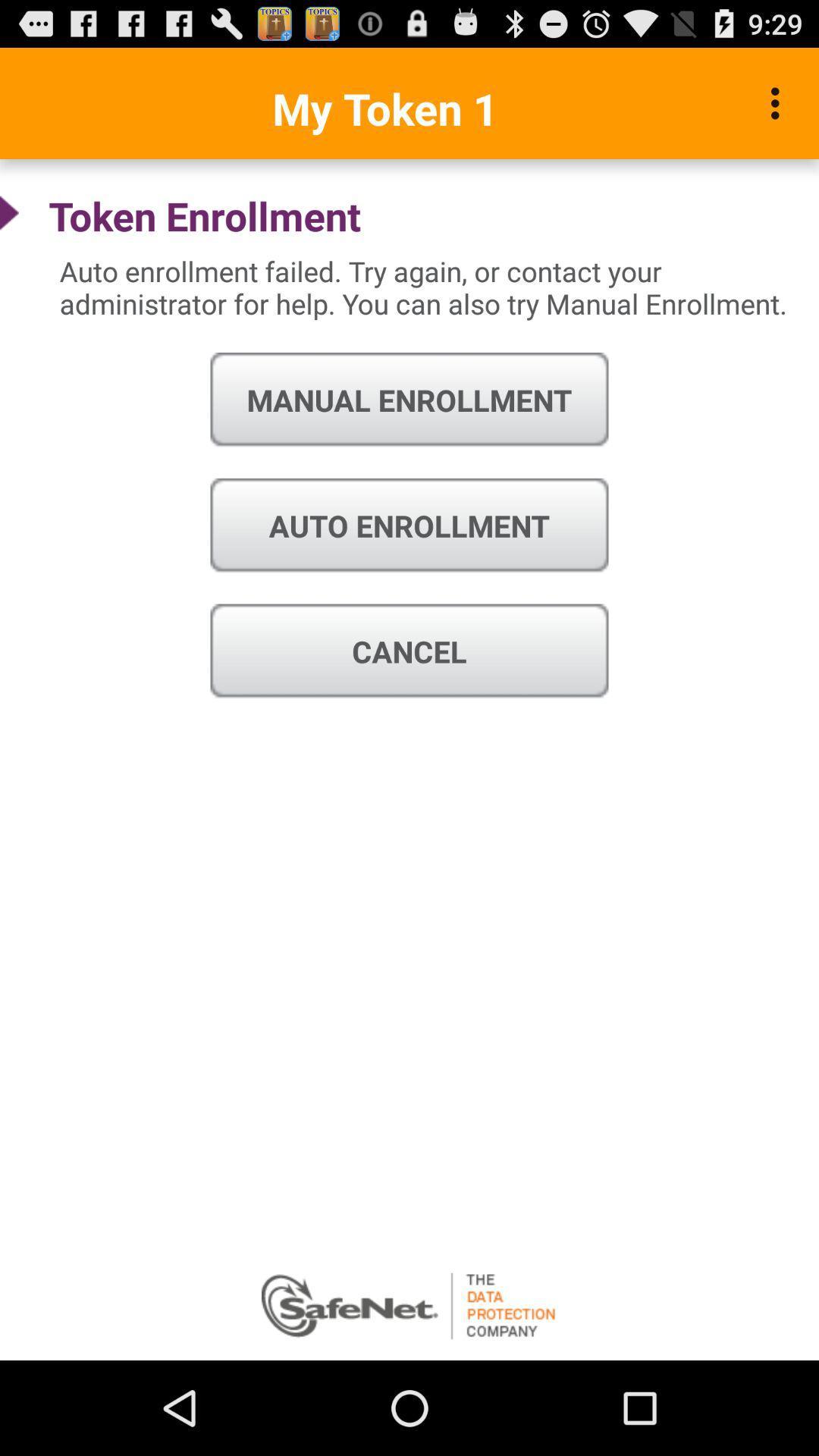 Image resolution: width=819 pixels, height=1456 pixels. I want to click on cancel icon, so click(409, 651).